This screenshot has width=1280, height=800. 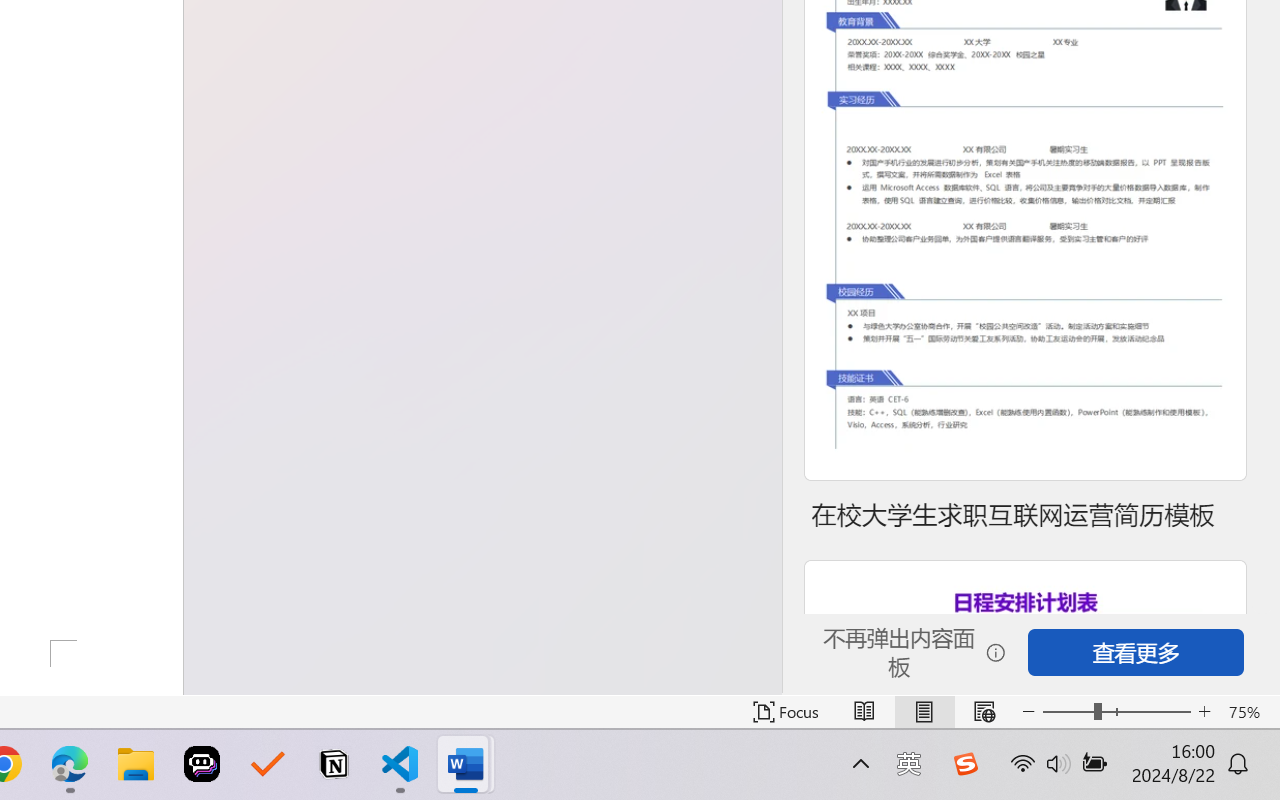 What do you see at coordinates (984, 711) in the screenshot?
I see `'Web Layout'` at bounding box center [984, 711].